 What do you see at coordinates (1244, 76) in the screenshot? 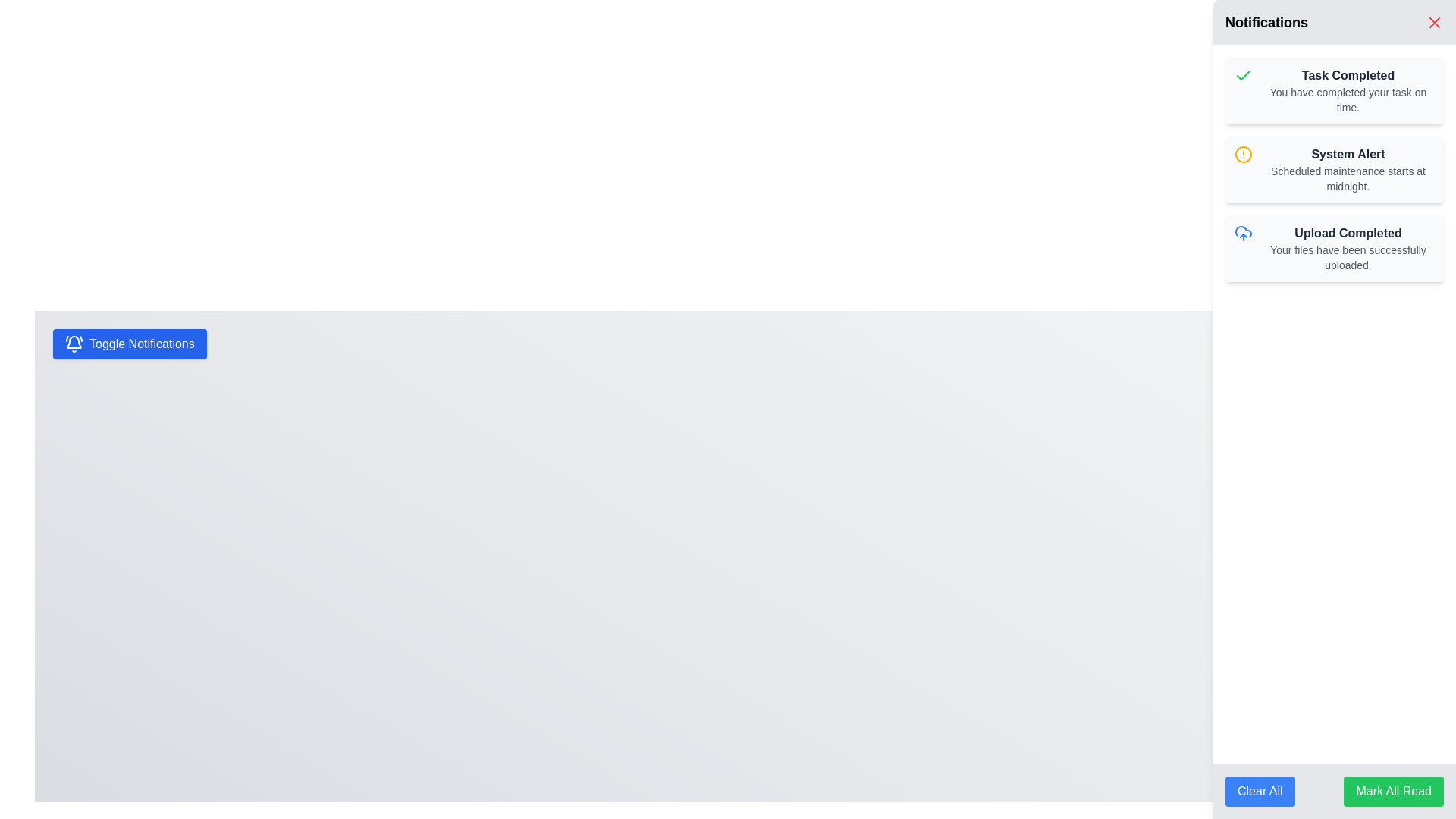
I see `the green checkmark icon located on the left side of the notification panel under the heading 'Notifications', which precedes the text 'Task Completed'` at bounding box center [1244, 76].